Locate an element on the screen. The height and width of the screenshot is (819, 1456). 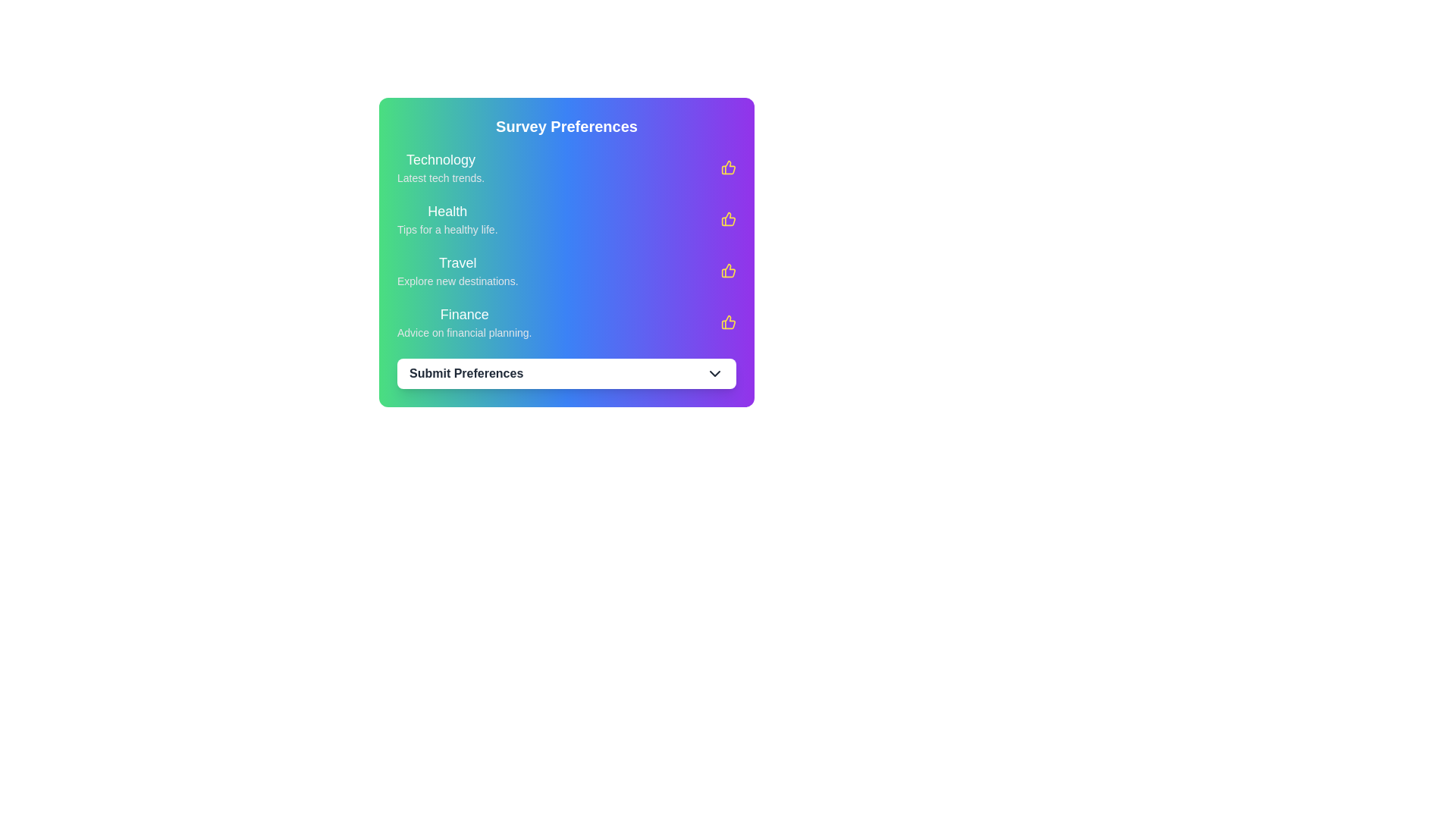
the 'Travel' text and its subtitle 'Explore new destinations.' in the survey preferences interface, which is the third entry in a vertically aligned list, positioned between 'Health' and 'Finance' is located at coordinates (457, 270).